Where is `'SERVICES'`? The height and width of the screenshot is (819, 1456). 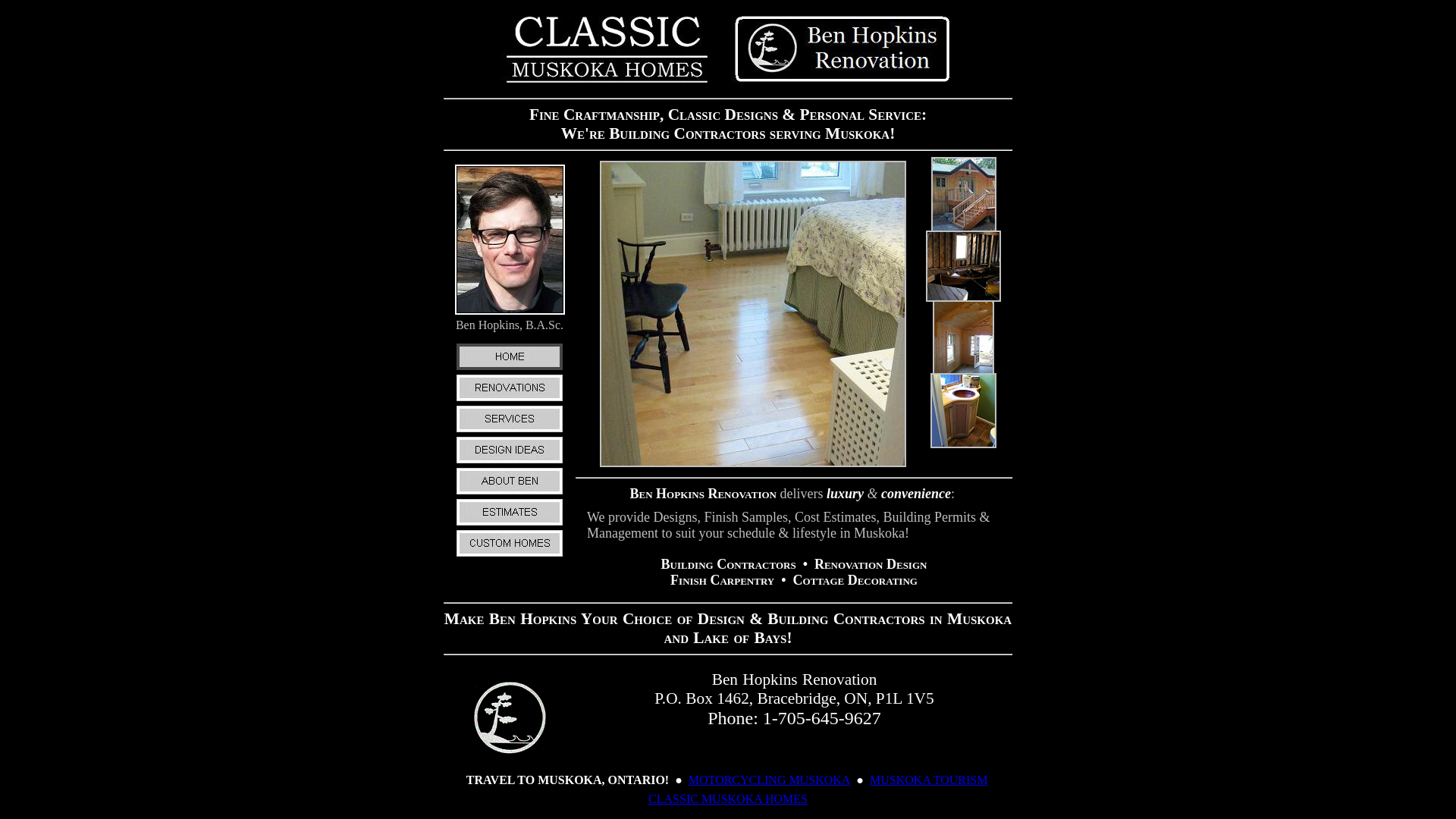 'SERVICES' is located at coordinates (510, 430).